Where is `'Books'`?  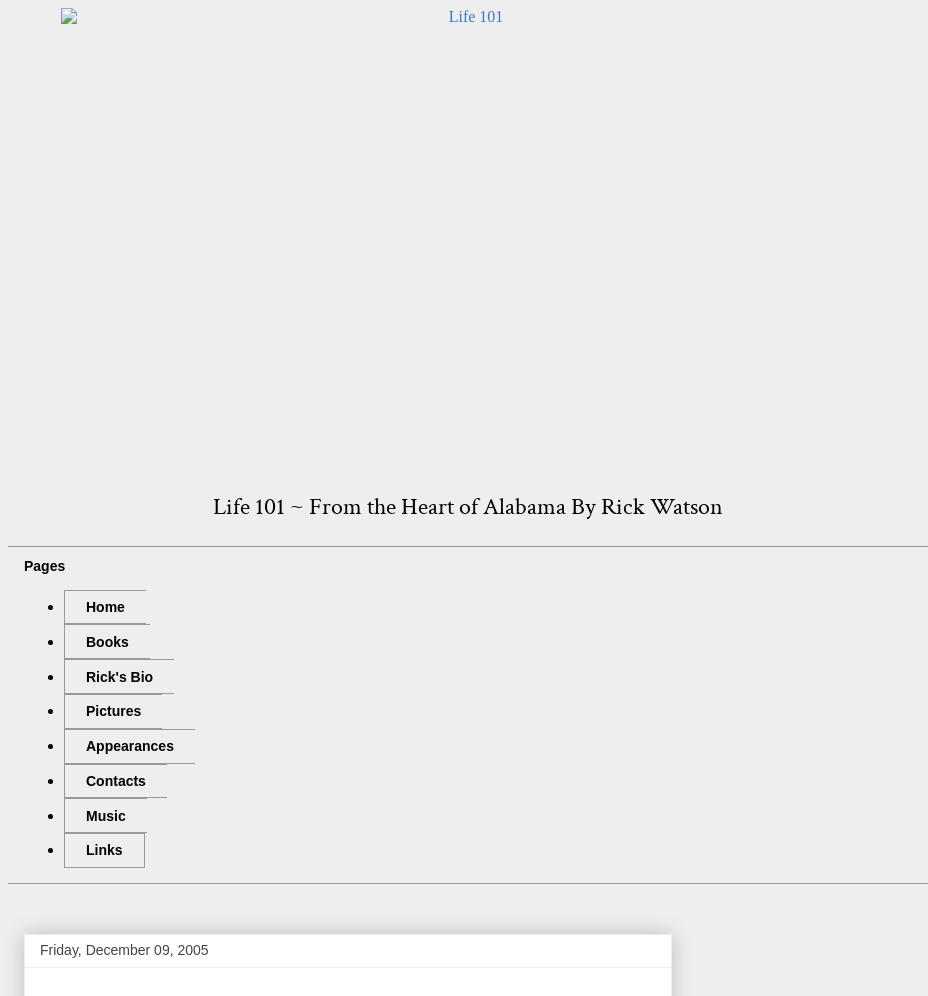 'Books' is located at coordinates (85, 640).